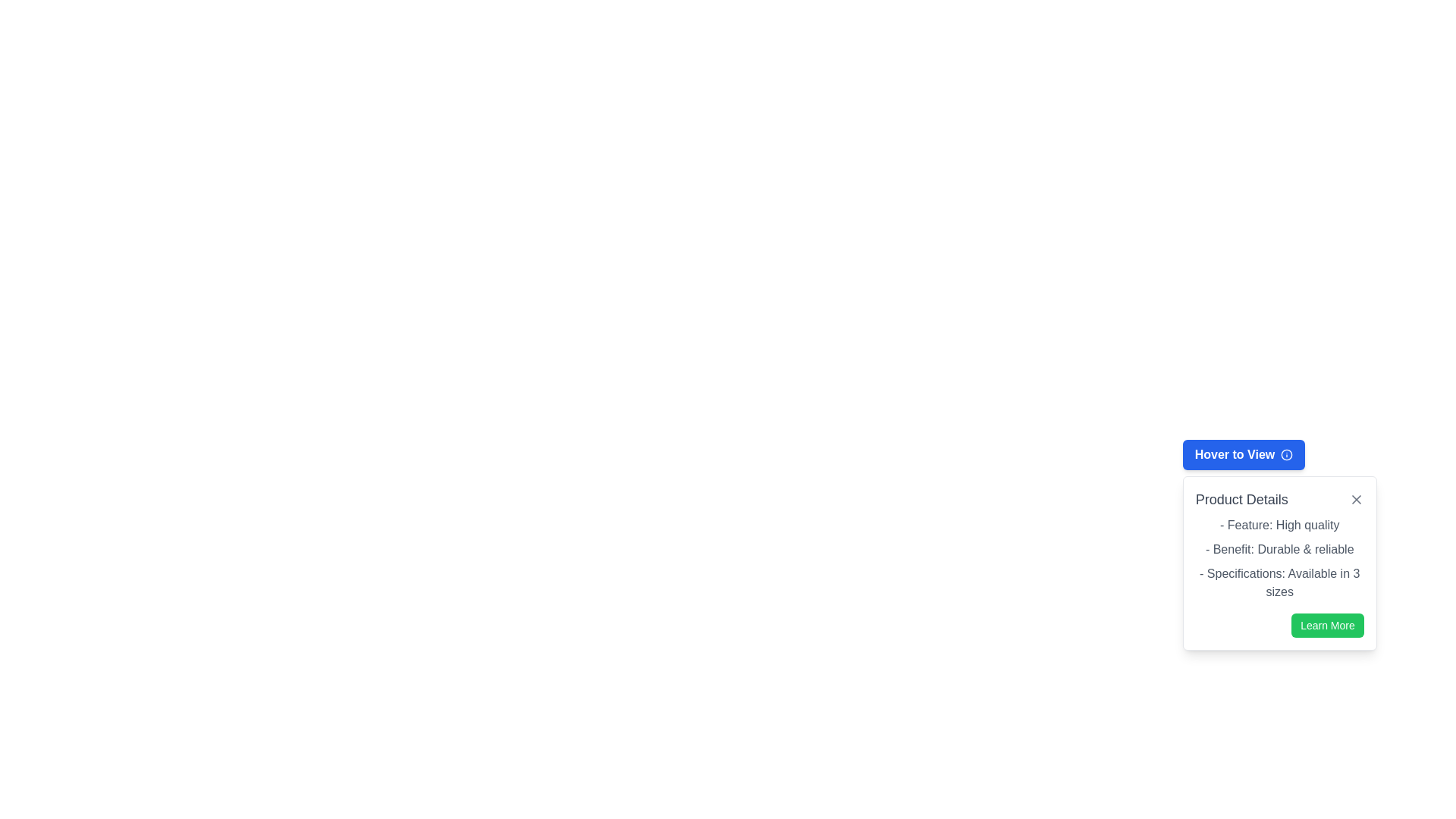 The height and width of the screenshot is (819, 1456). What do you see at coordinates (1286, 454) in the screenshot?
I see `the informational icon located on the right side of the blue button labeled 'Hover` at bounding box center [1286, 454].